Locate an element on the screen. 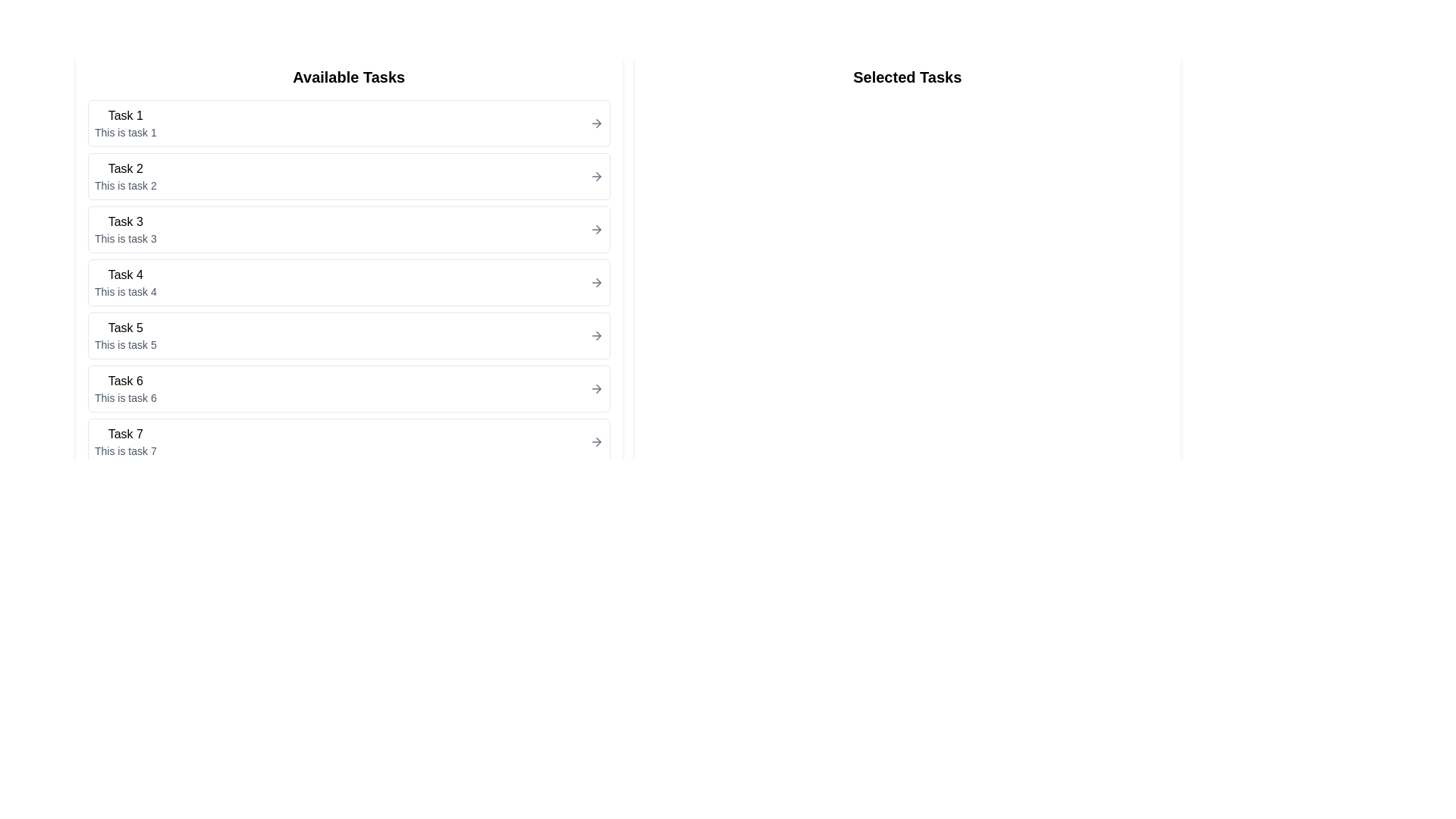 This screenshot has height=819, width=1456. the right-pointing arrow icon located in the 'Task 4' row of the 'Available Tasks' section is located at coordinates (598, 230).